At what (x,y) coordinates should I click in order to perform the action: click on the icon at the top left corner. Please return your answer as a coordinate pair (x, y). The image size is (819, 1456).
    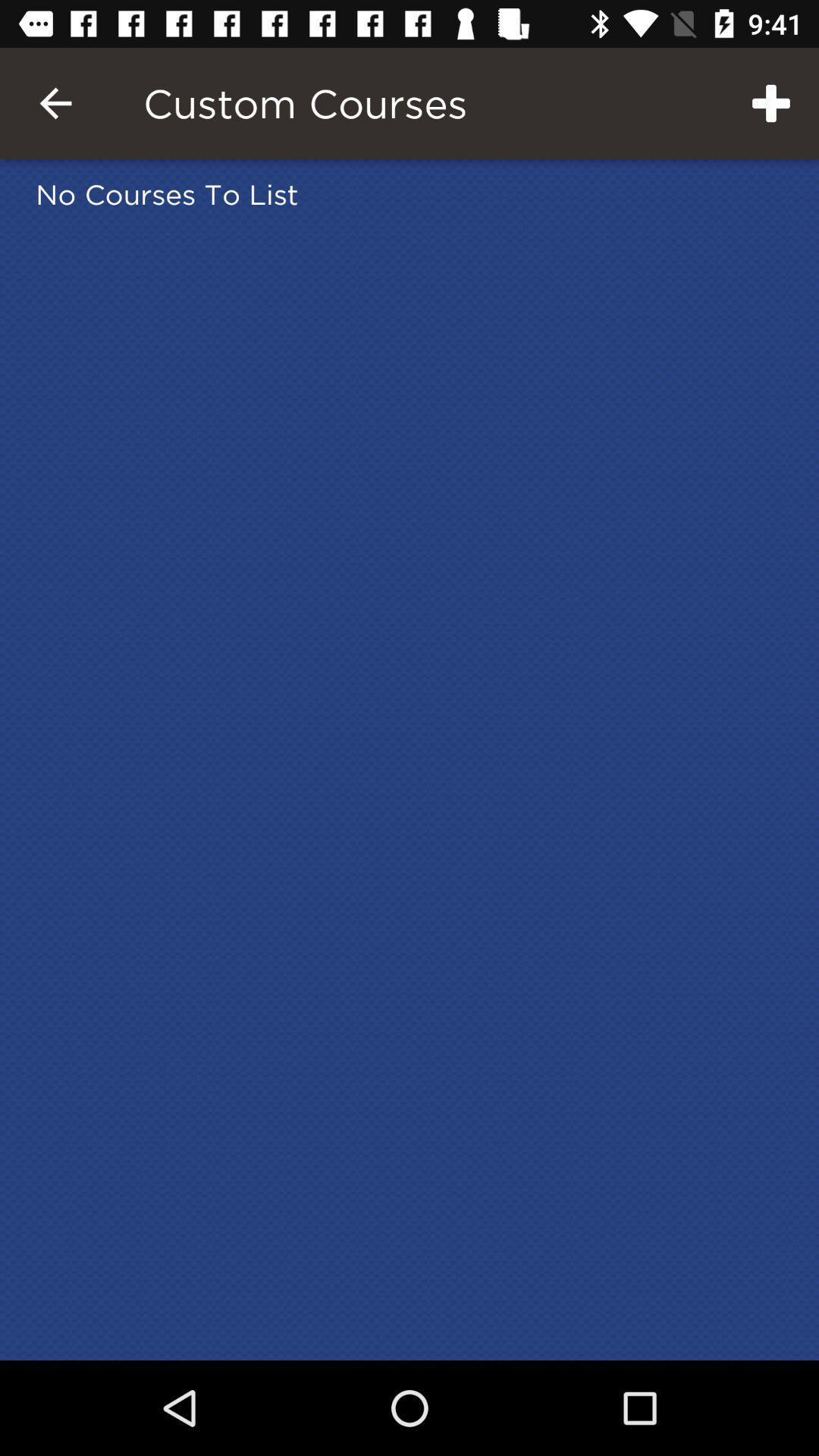
    Looking at the image, I should click on (55, 102).